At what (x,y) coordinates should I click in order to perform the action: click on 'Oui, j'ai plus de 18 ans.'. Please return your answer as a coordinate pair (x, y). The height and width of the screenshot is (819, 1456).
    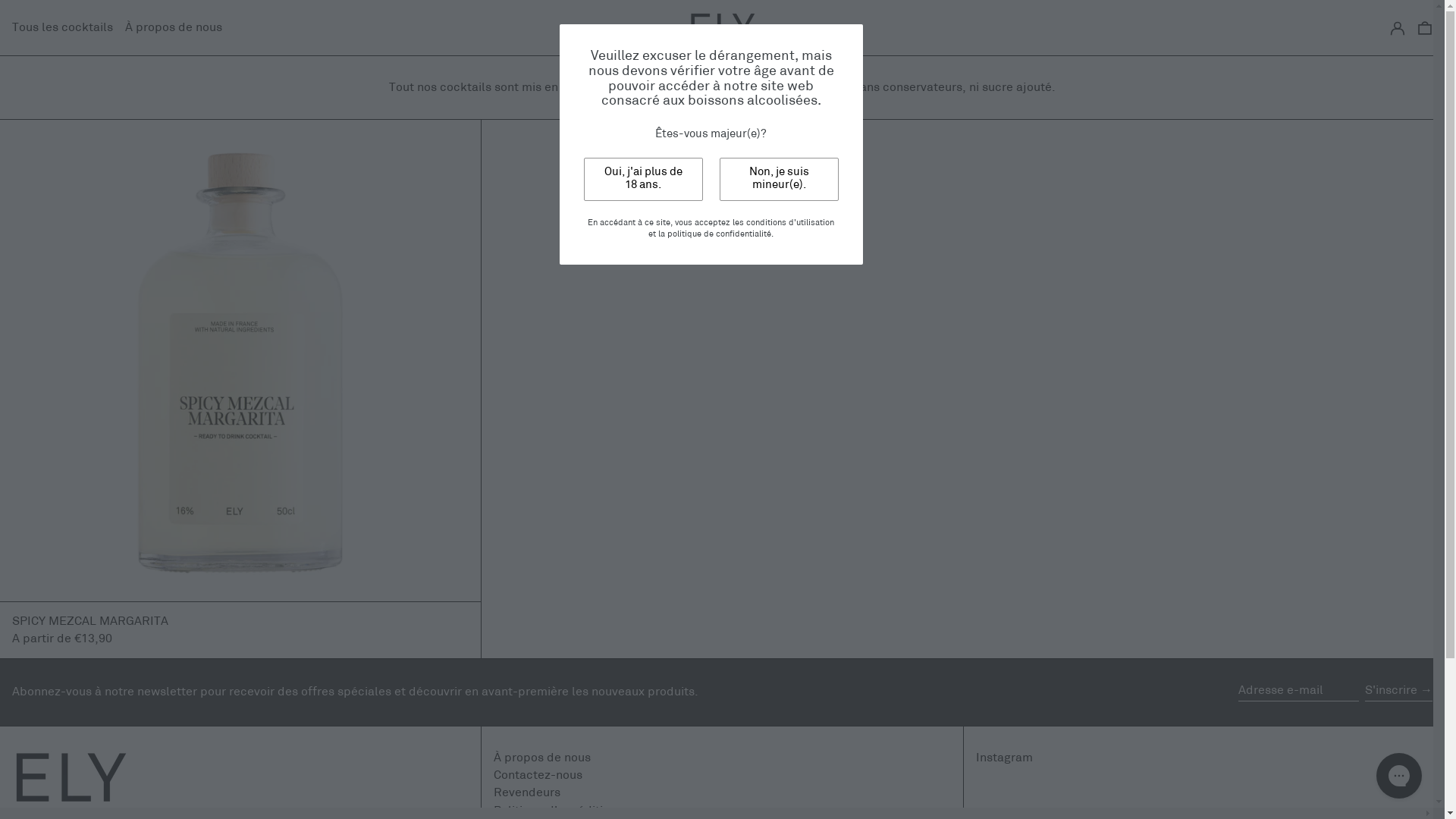
    Looking at the image, I should click on (643, 178).